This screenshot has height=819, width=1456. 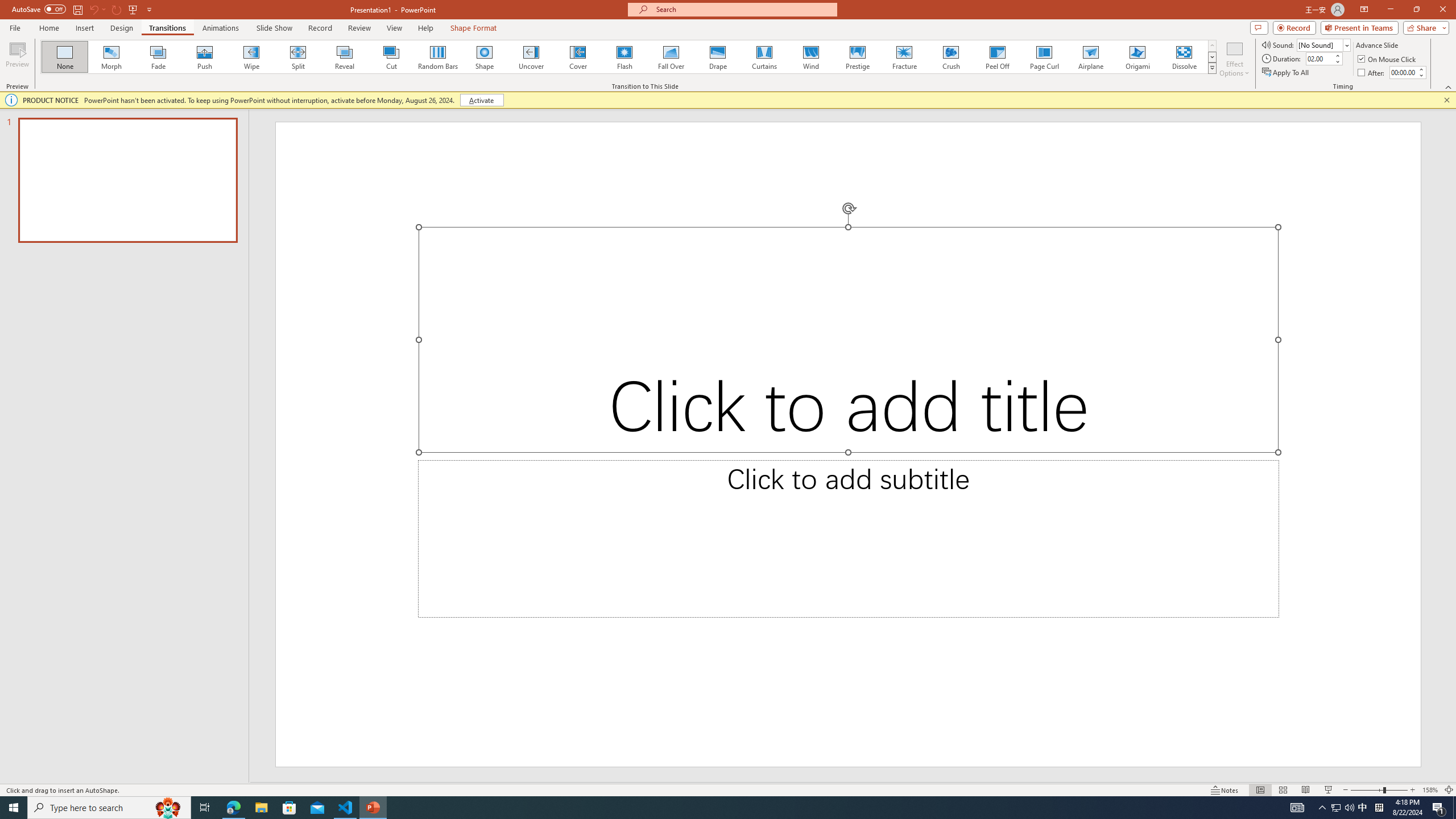 What do you see at coordinates (764, 56) in the screenshot?
I see `'Curtains'` at bounding box center [764, 56].